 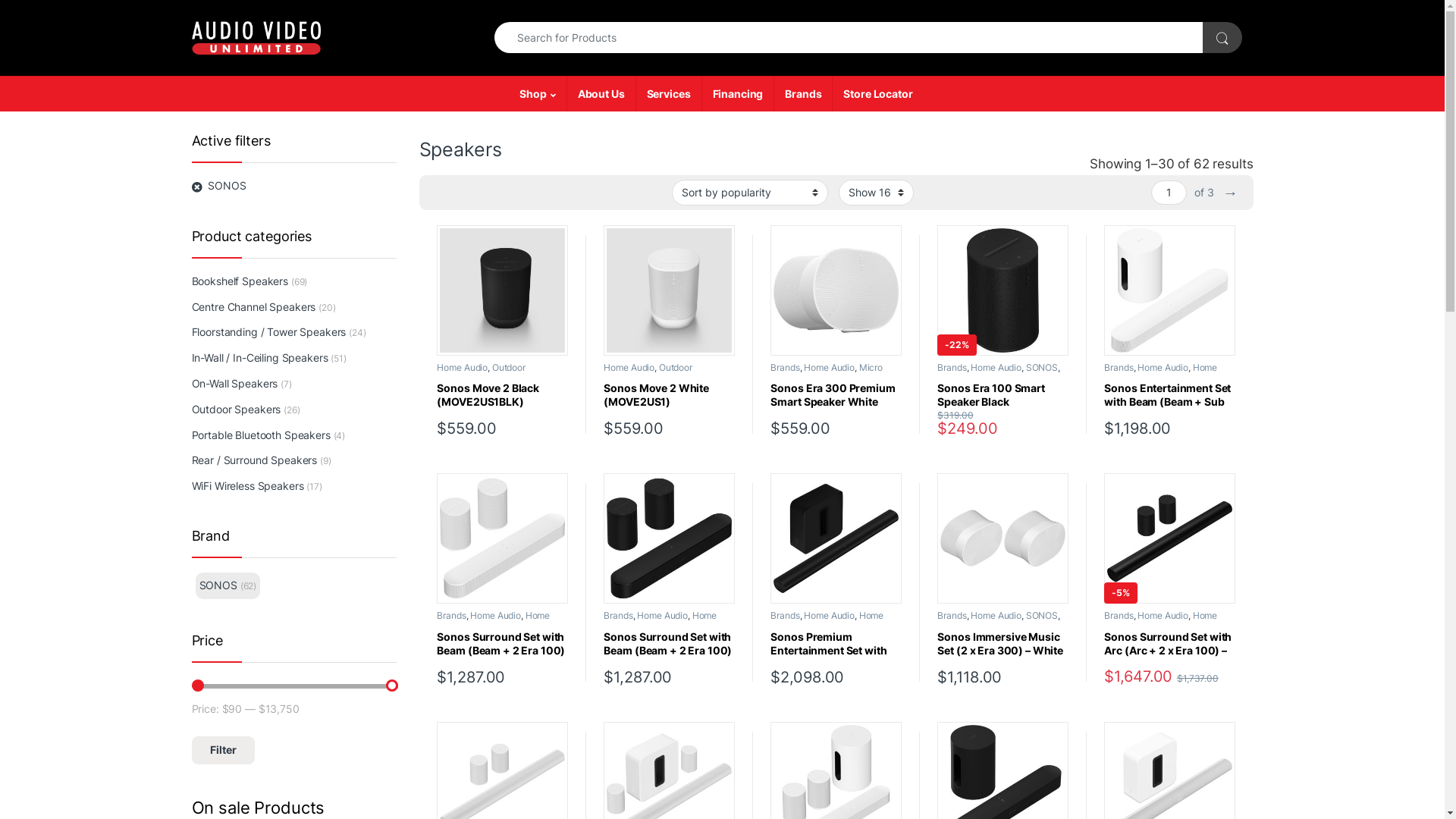 I want to click on 'Store Locator', so click(x=877, y=93).